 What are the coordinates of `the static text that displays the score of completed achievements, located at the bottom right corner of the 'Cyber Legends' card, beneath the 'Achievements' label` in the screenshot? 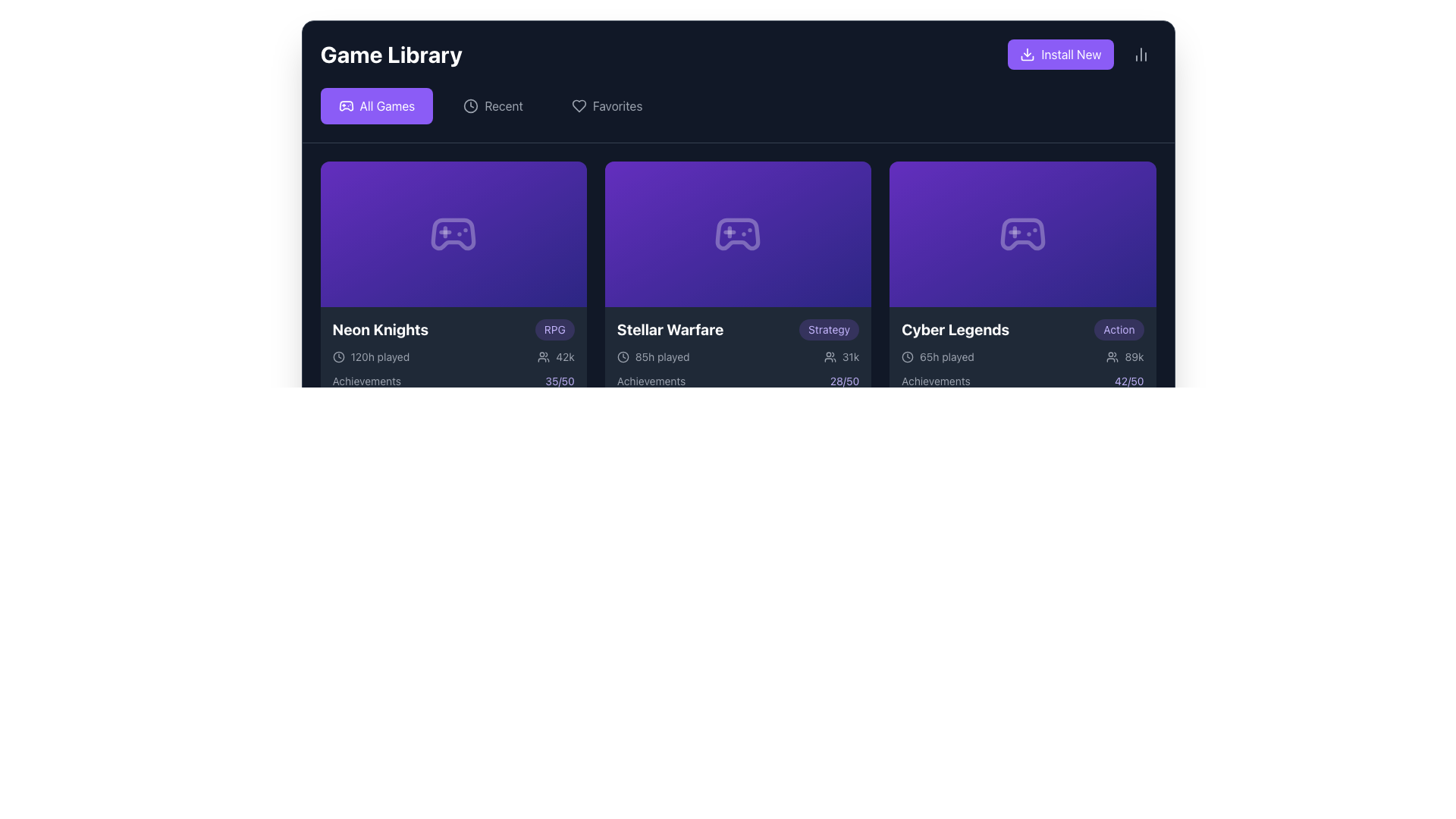 It's located at (1129, 380).